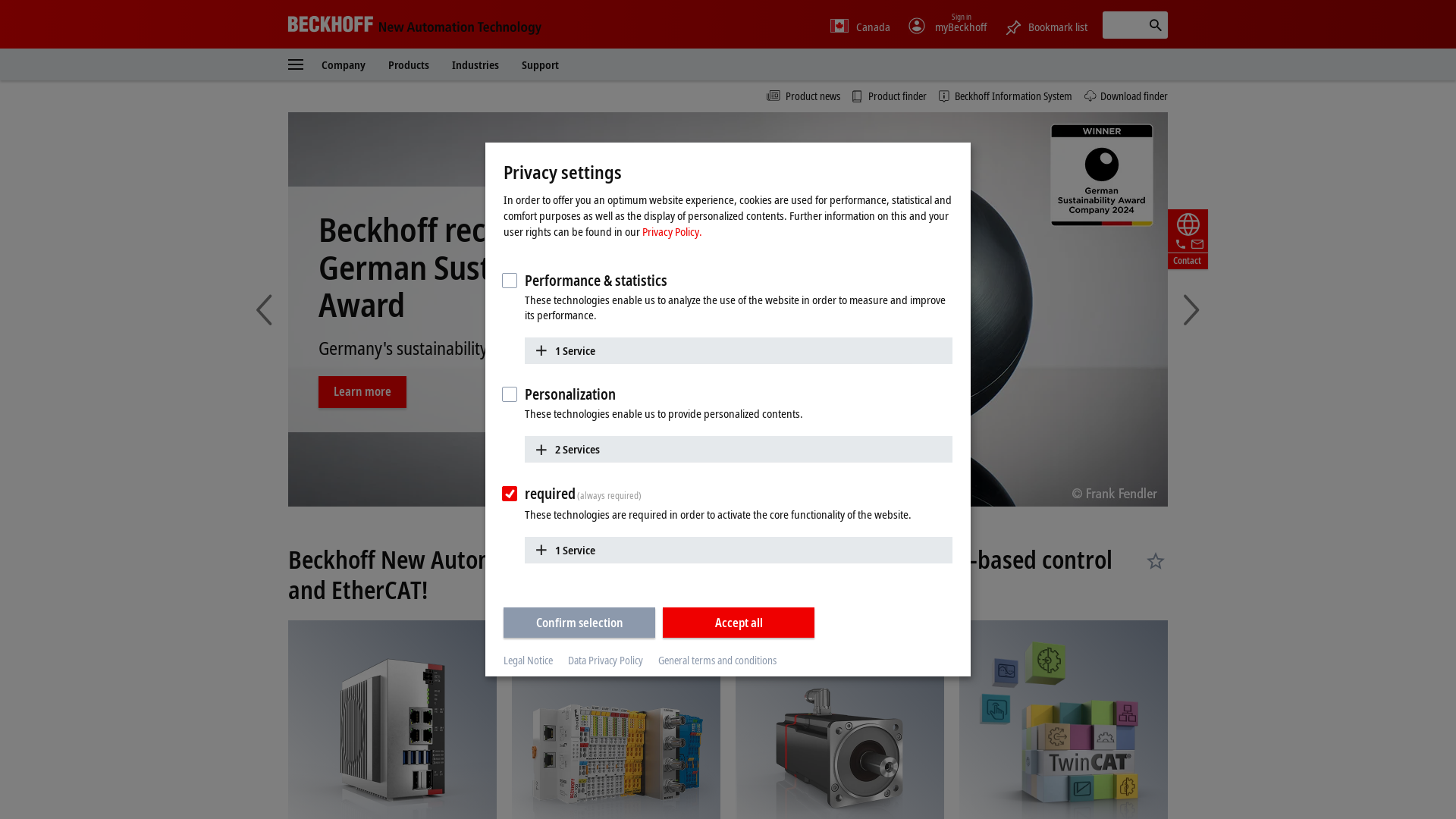  What do you see at coordinates (739, 448) in the screenshot?
I see `'2 Services'` at bounding box center [739, 448].